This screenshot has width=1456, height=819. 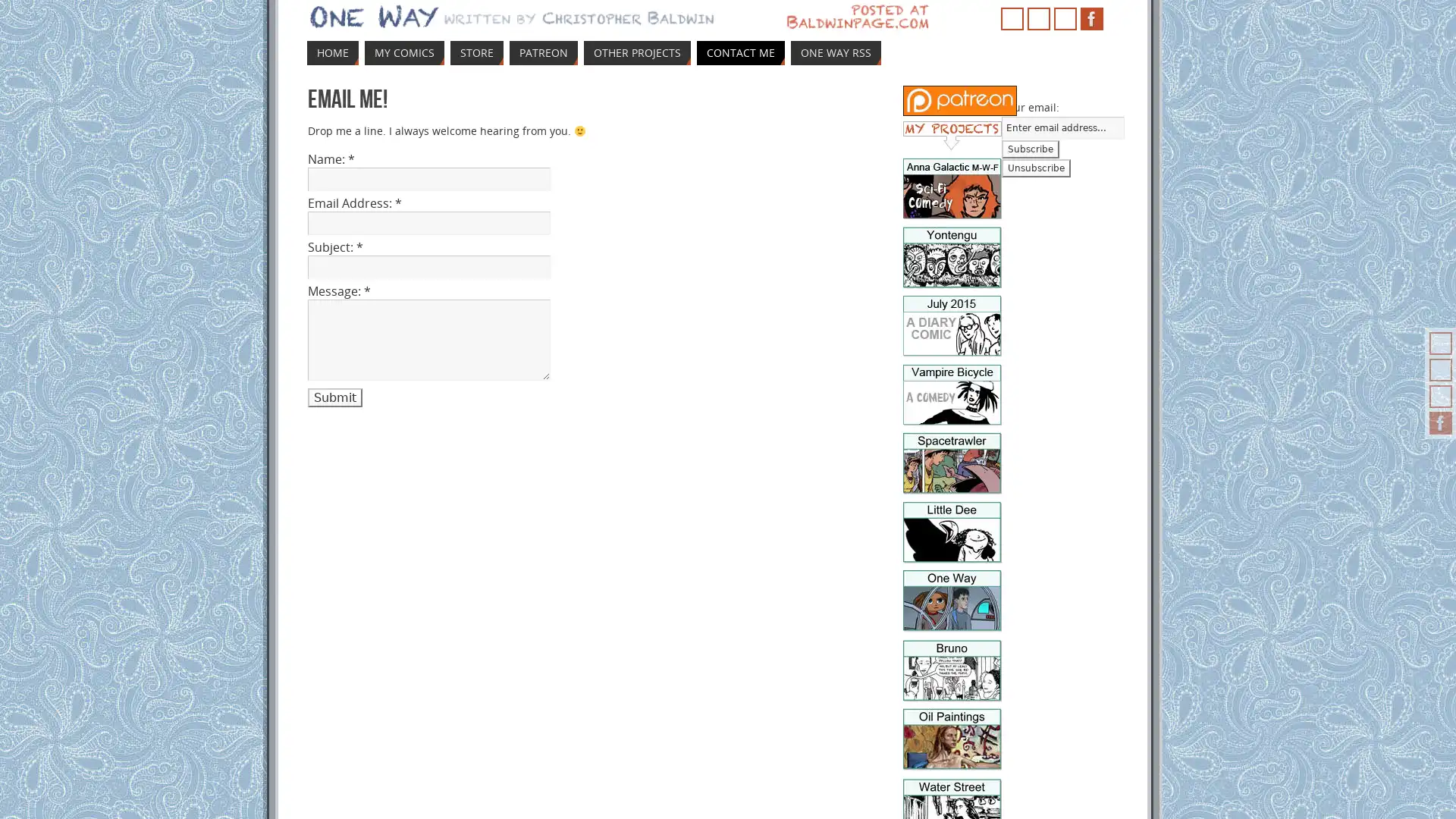 I want to click on Submit, so click(x=334, y=397).